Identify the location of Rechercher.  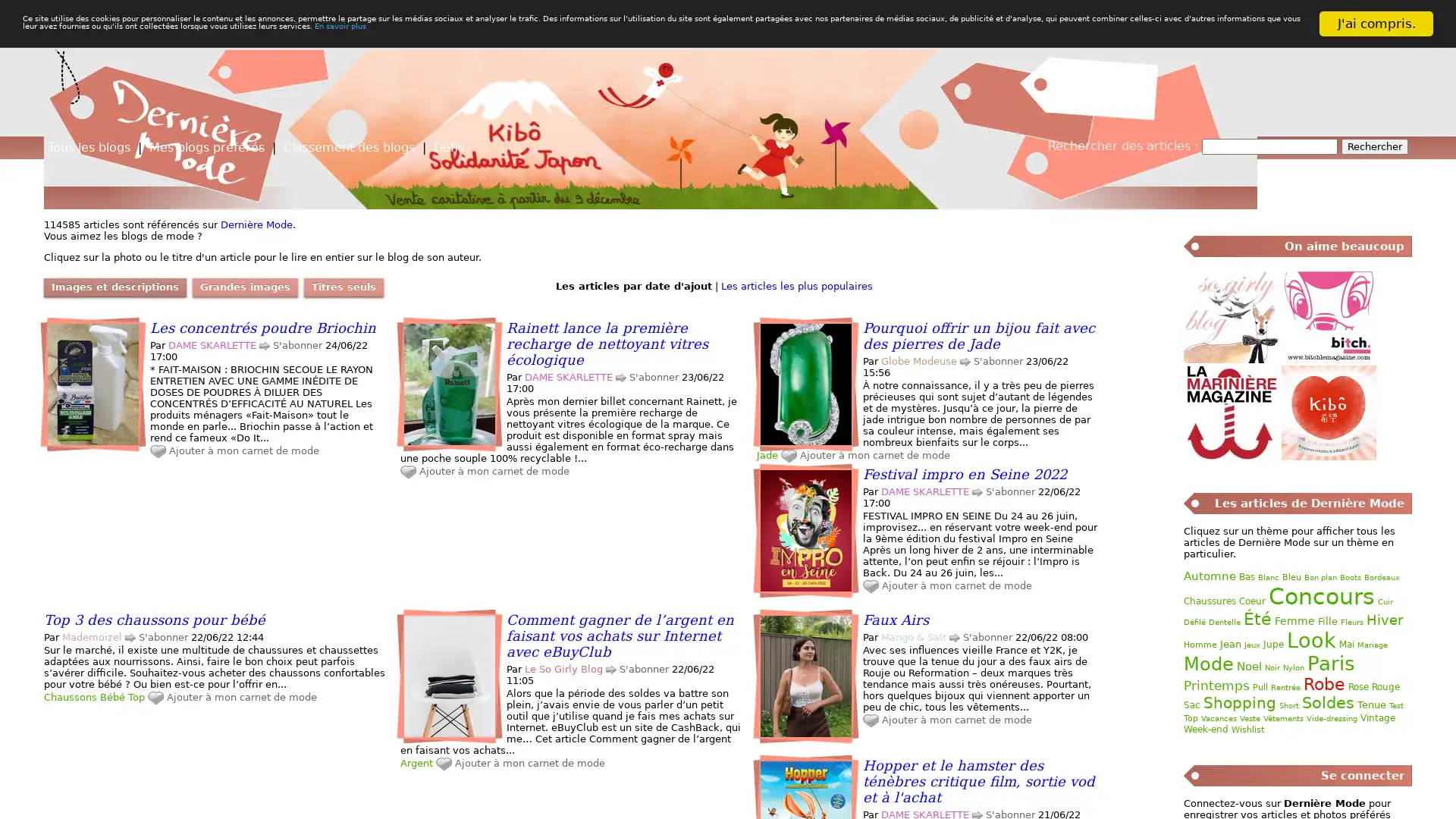
(1375, 146).